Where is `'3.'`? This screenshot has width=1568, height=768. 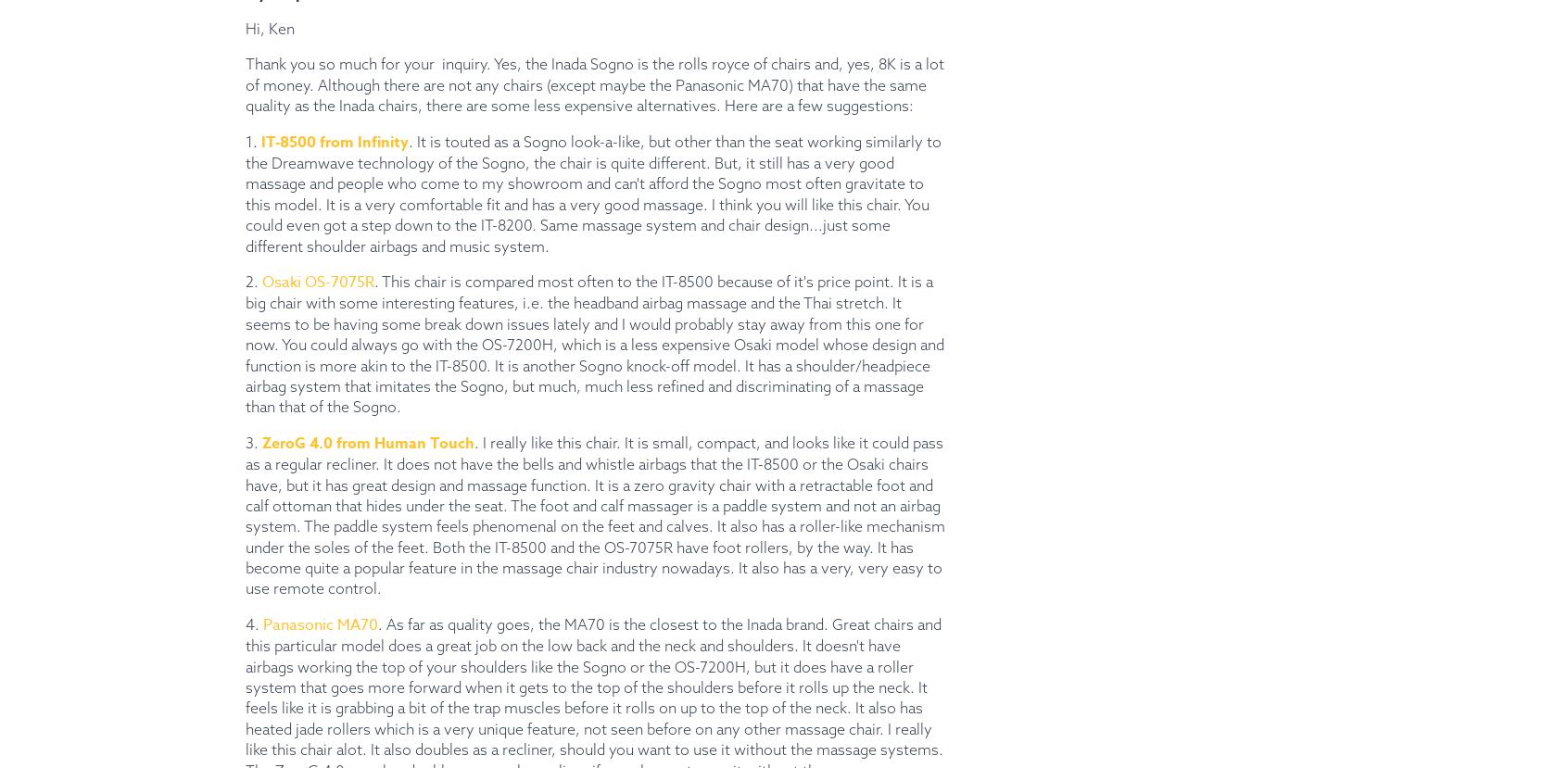 '3.' is located at coordinates (253, 442).